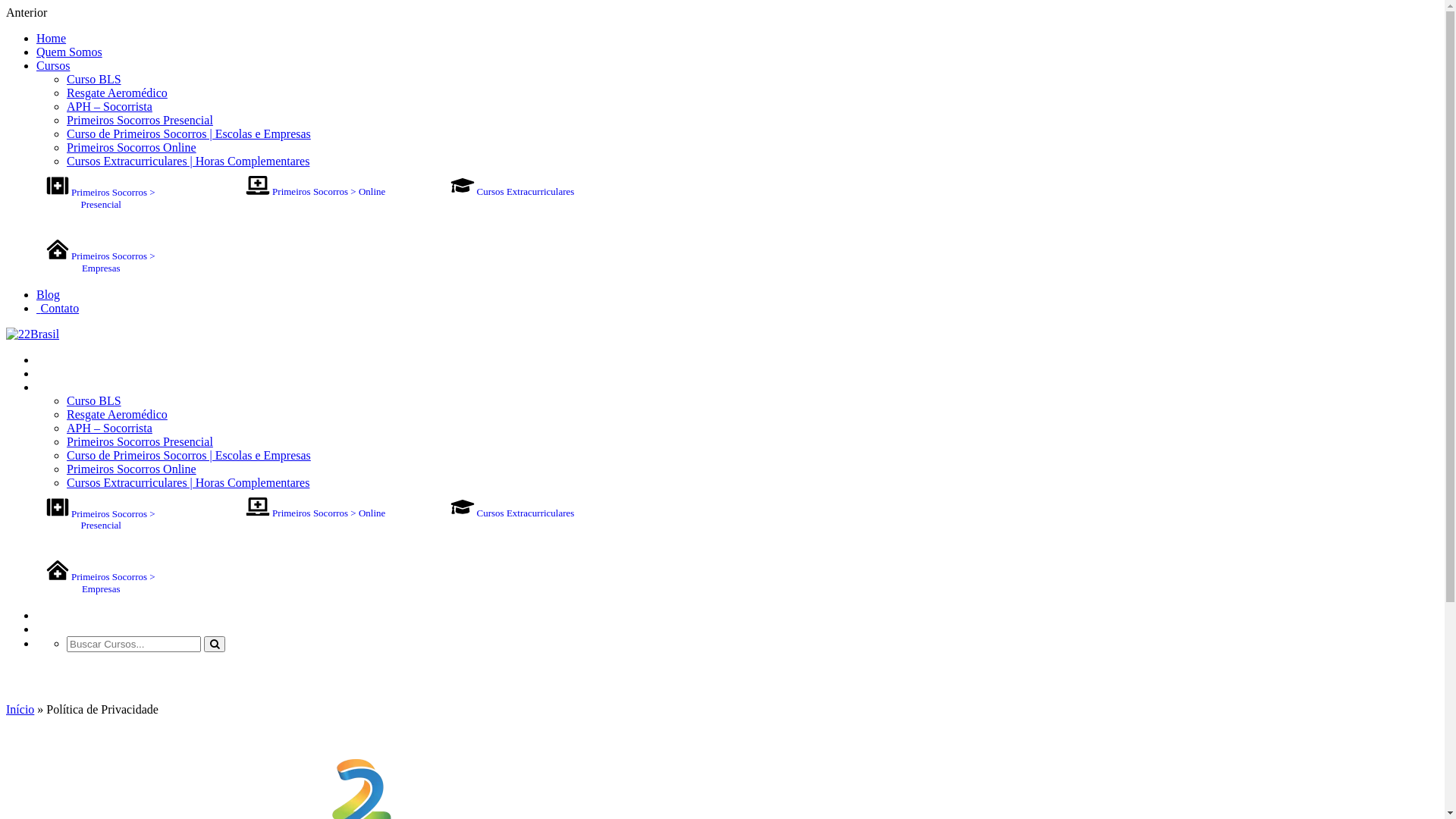 The width and height of the screenshot is (1456, 819). Describe the element at coordinates (48, 615) in the screenshot. I see `'Blog'` at that location.